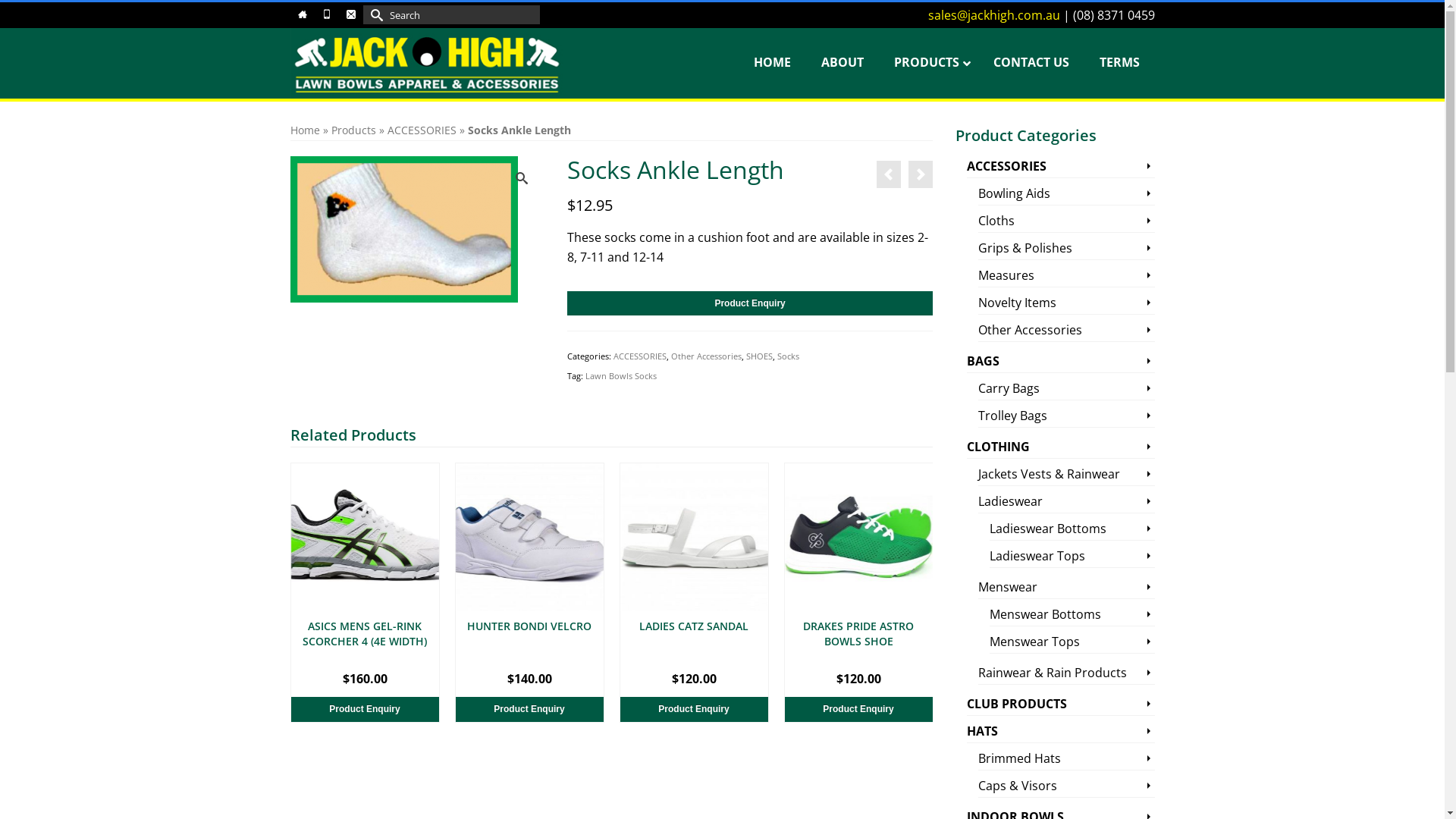 The image size is (1456, 819). I want to click on 'CONTACT US', so click(978, 61).